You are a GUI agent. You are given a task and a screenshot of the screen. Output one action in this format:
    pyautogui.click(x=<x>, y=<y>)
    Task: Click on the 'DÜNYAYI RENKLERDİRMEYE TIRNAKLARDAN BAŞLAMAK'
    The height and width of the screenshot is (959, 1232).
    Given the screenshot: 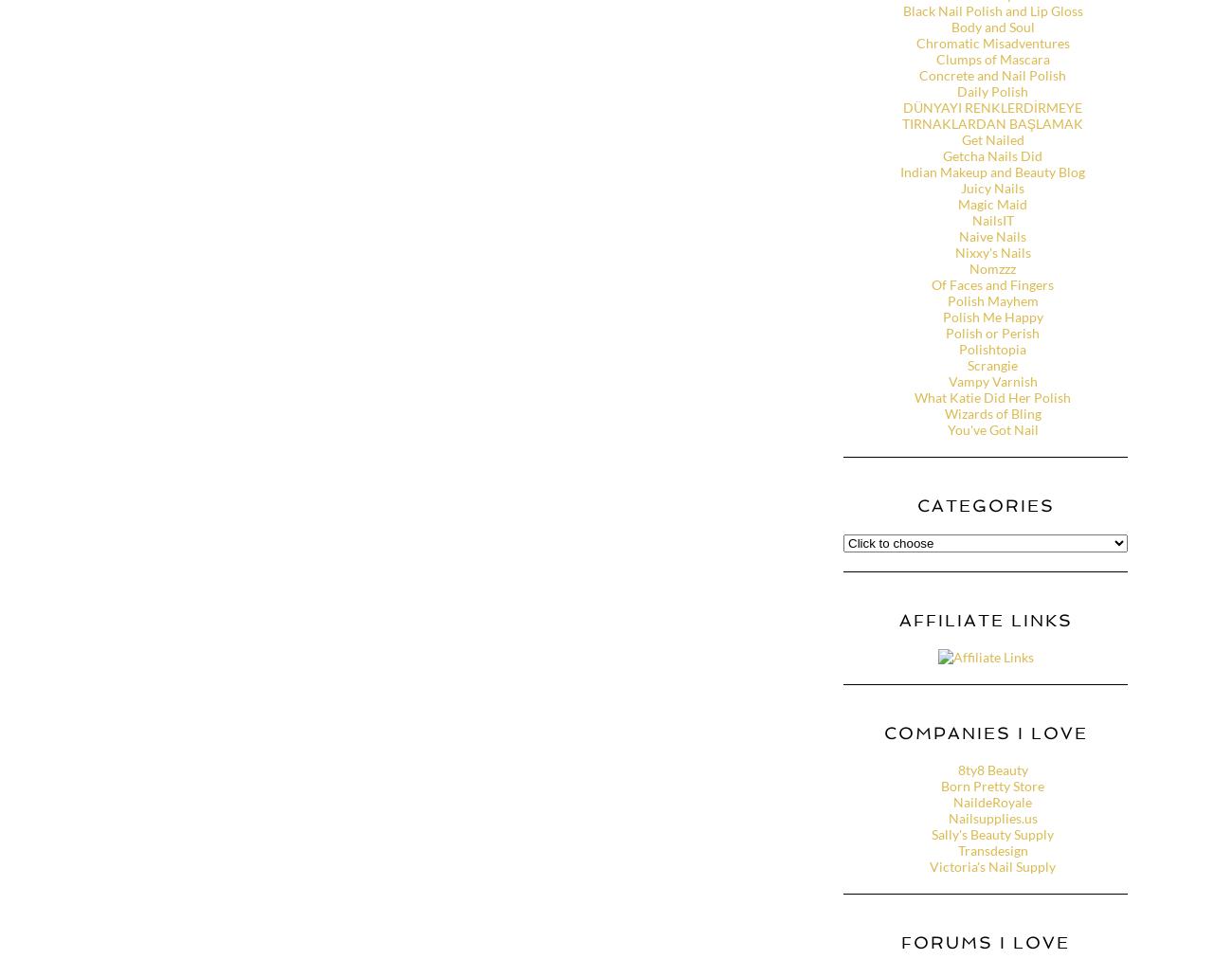 What is the action you would take?
    pyautogui.click(x=992, y=115)
    